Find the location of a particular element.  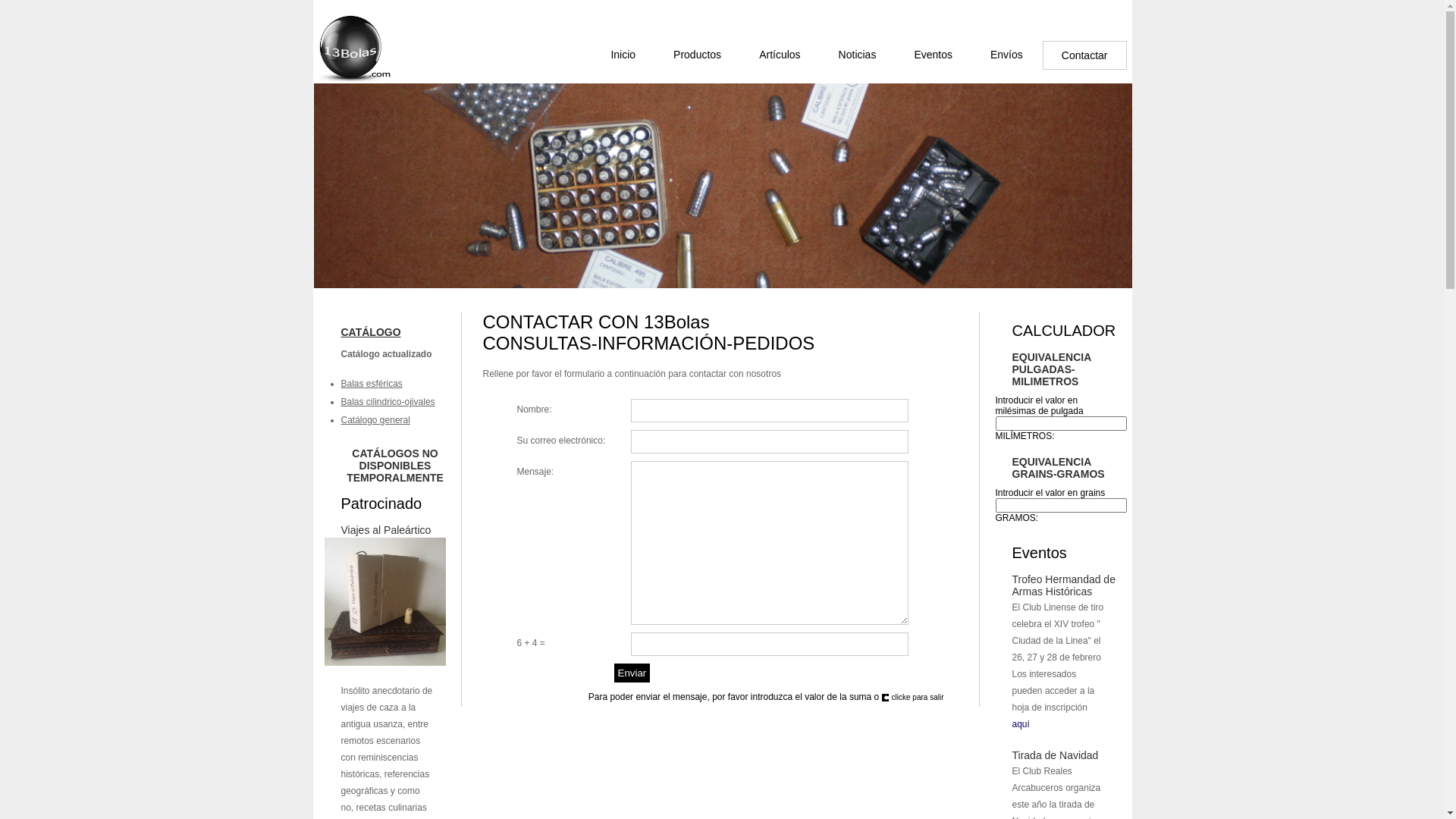

'Contactar' is located at coordinates (1084, 55).